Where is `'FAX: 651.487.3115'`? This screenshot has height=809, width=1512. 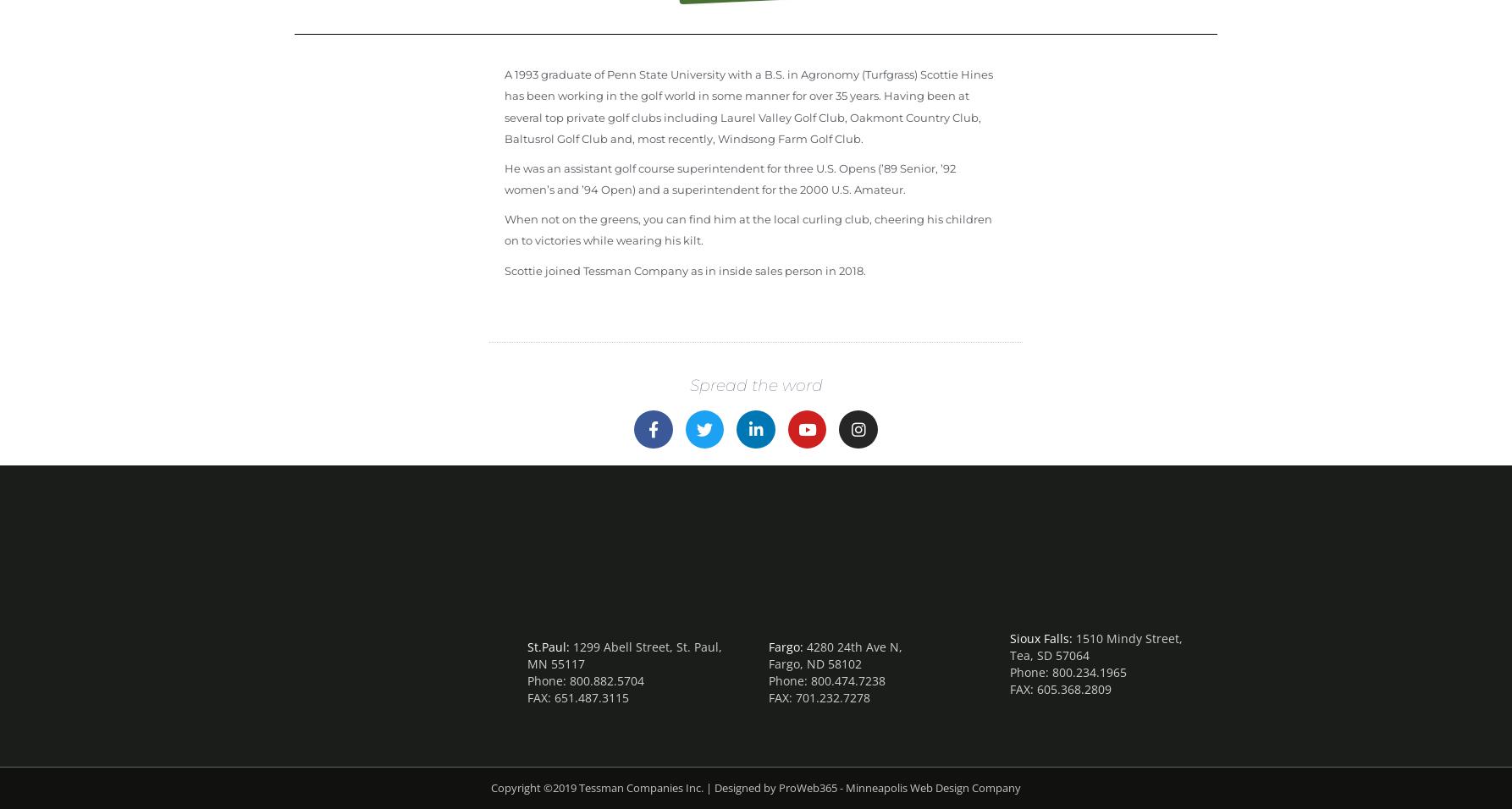
'FAX: 651.487.3115' is located at coordinates (577, 696).